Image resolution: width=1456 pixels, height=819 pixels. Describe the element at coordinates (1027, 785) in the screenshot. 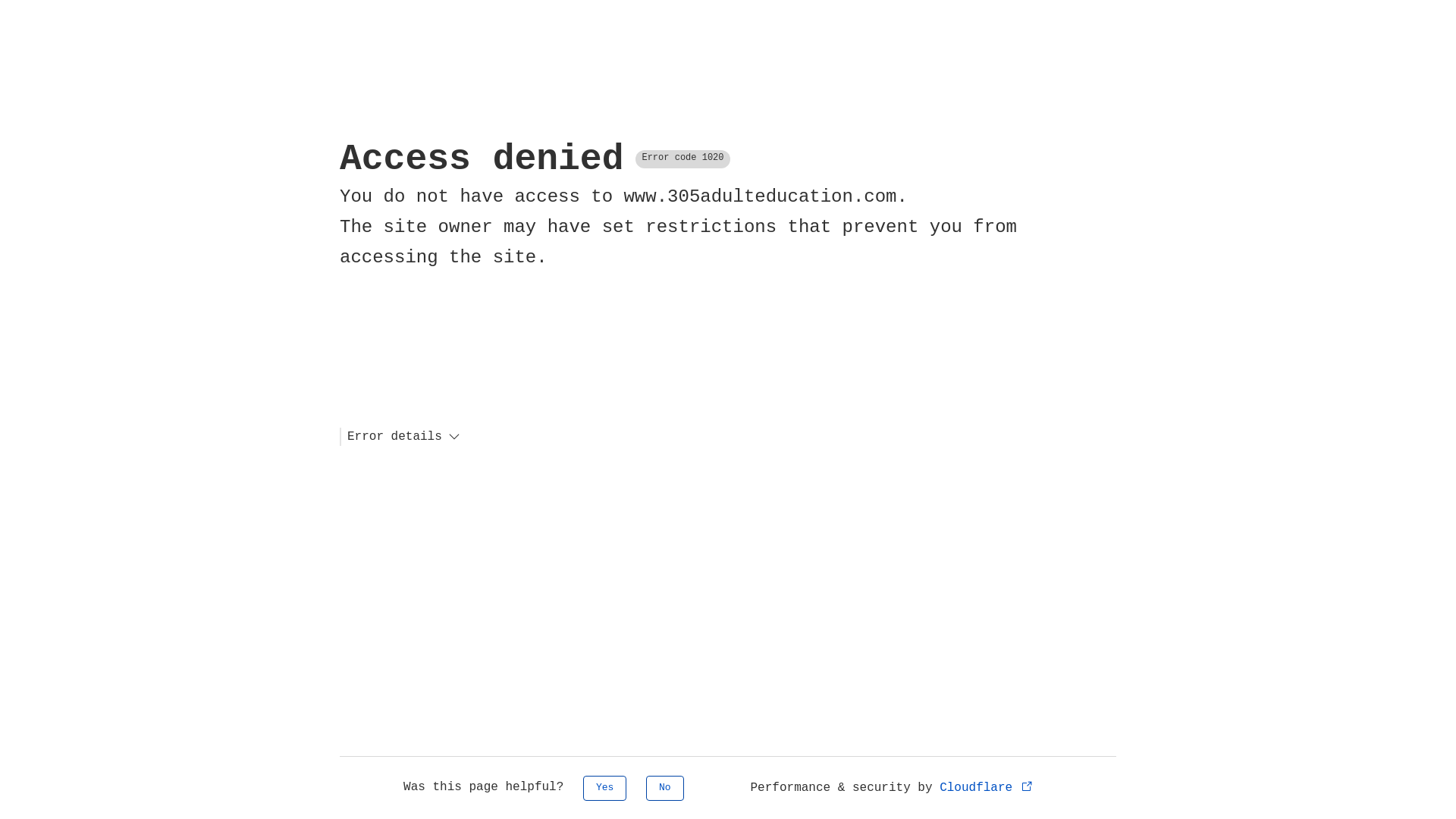

I see `'Opens in new tab'` at that location.